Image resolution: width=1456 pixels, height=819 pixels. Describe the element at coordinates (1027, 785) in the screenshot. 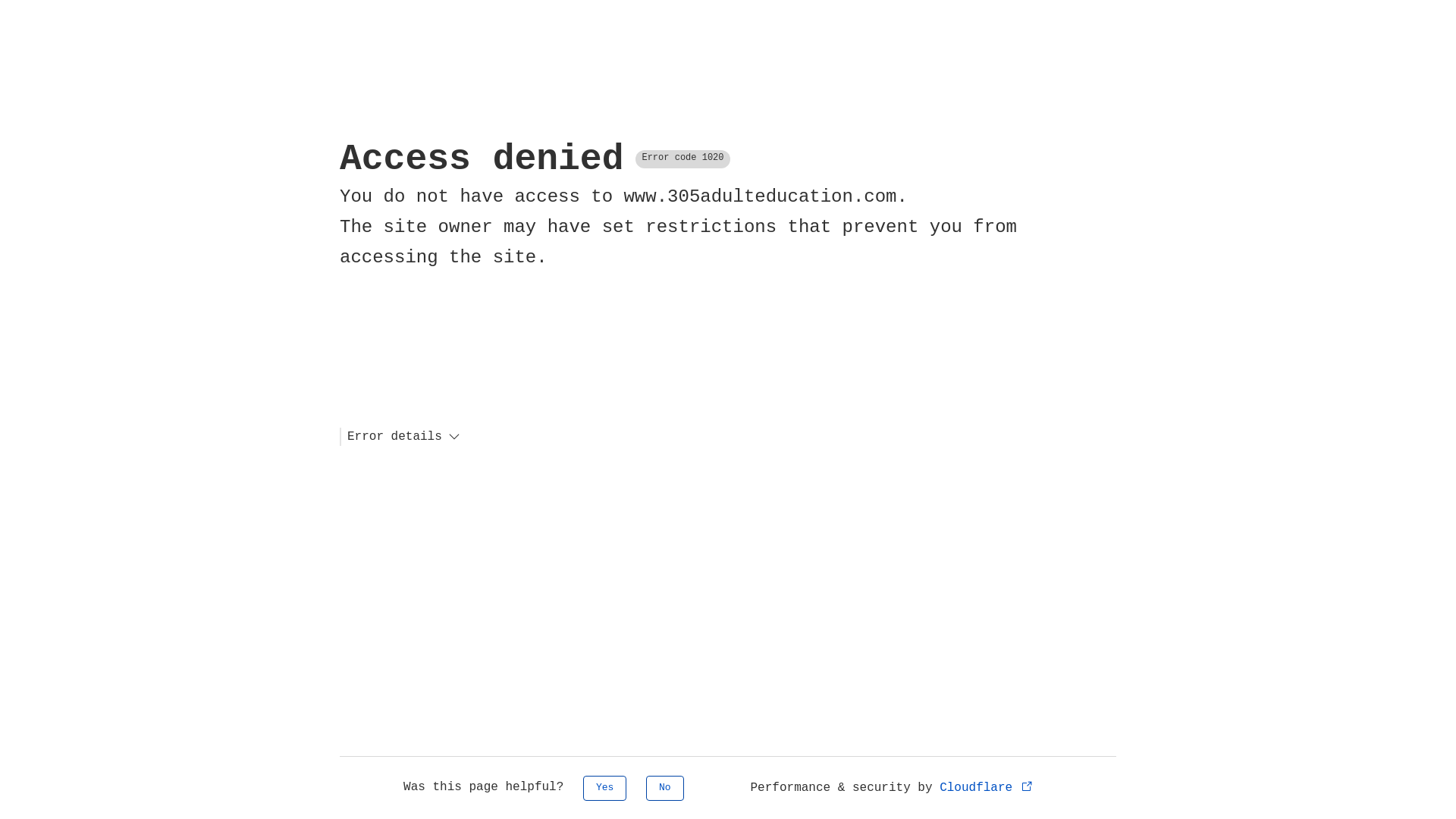

I see `'Opens in new tab'` at that location.